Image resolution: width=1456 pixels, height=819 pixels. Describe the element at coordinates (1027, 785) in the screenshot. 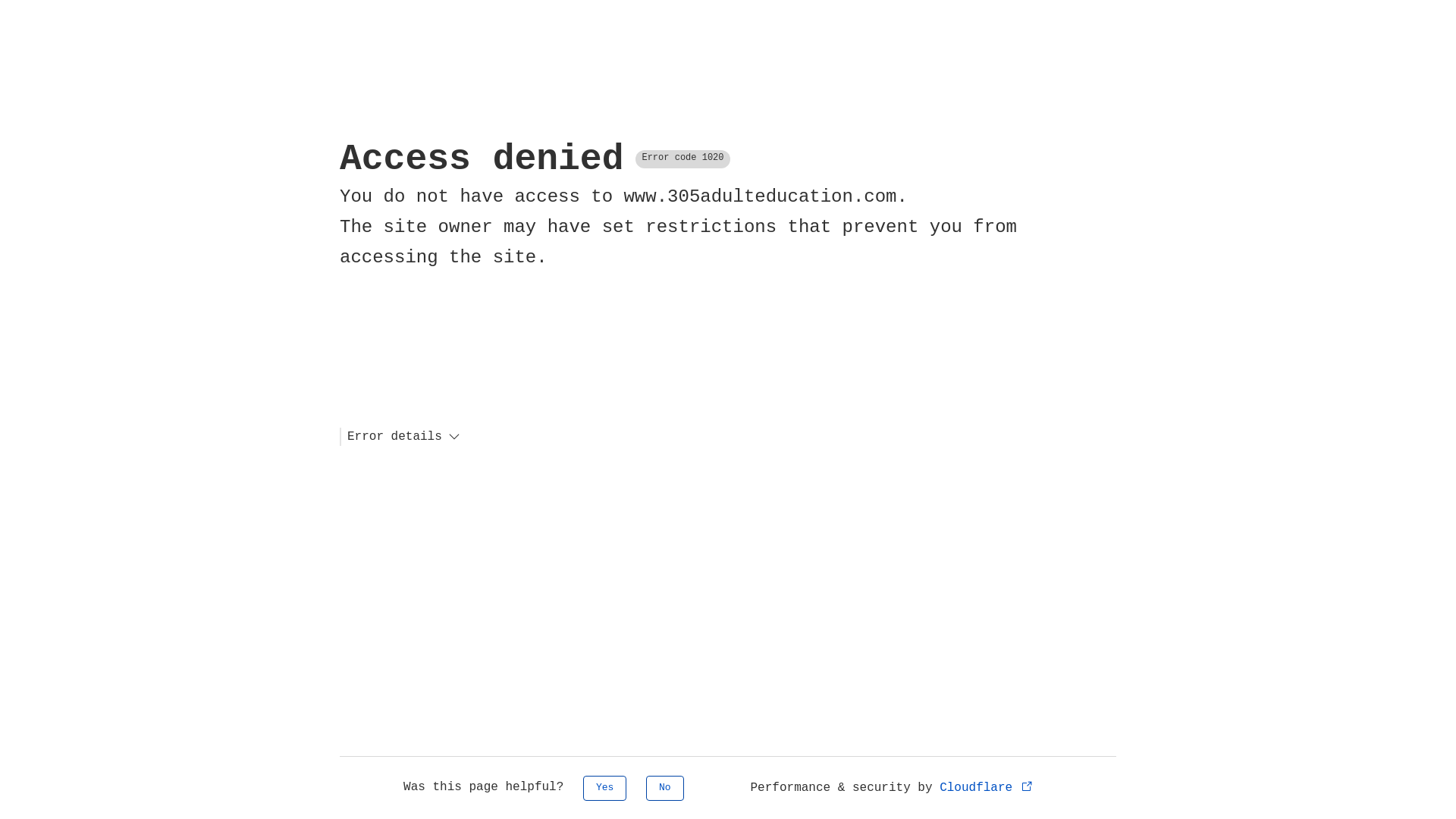

I see `'Opens in new tab'` at that location.